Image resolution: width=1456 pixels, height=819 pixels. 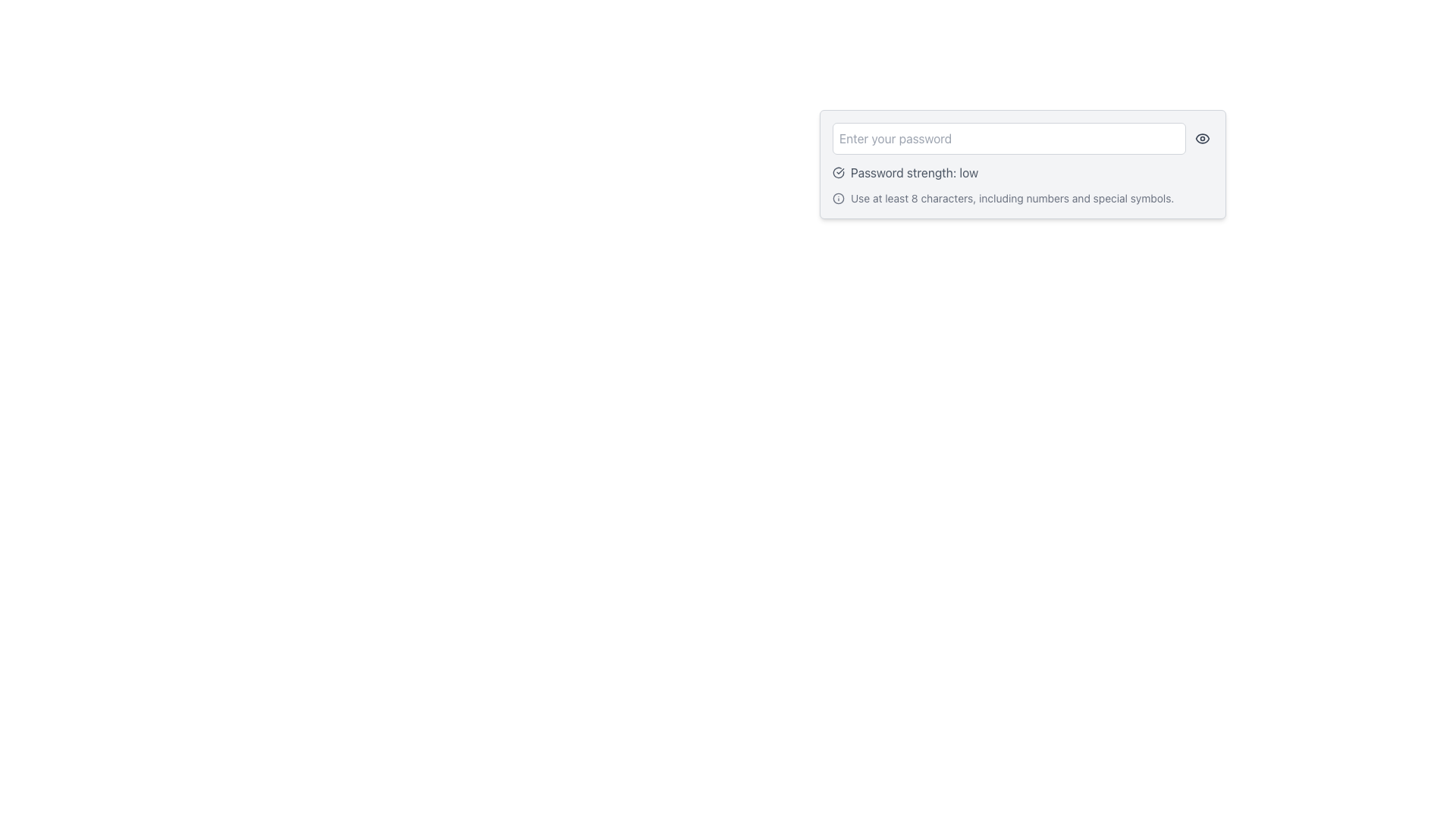 I want to click on guideline provided by the informational text with icon located below the 'Password strength: low' text, so click(x=1022, y=198).